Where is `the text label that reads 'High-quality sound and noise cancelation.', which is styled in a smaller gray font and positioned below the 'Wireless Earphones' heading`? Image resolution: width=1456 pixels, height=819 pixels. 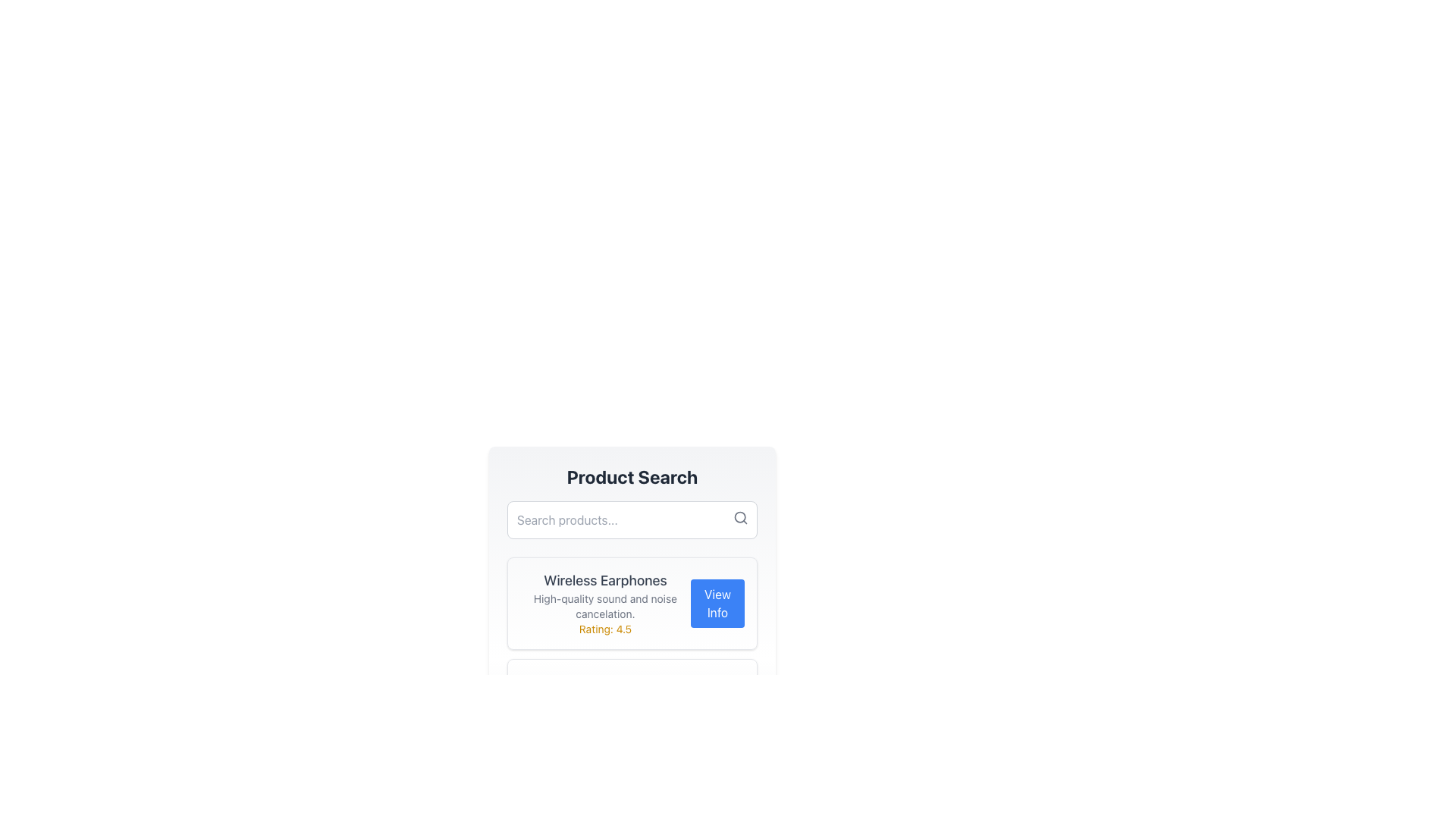
the text label that reads 'High-quality sound and noise cancelation.', which is styled in a smaller gray font and positioned below the 'Wireless Earphones' heading is located at coordinates (604, 605).